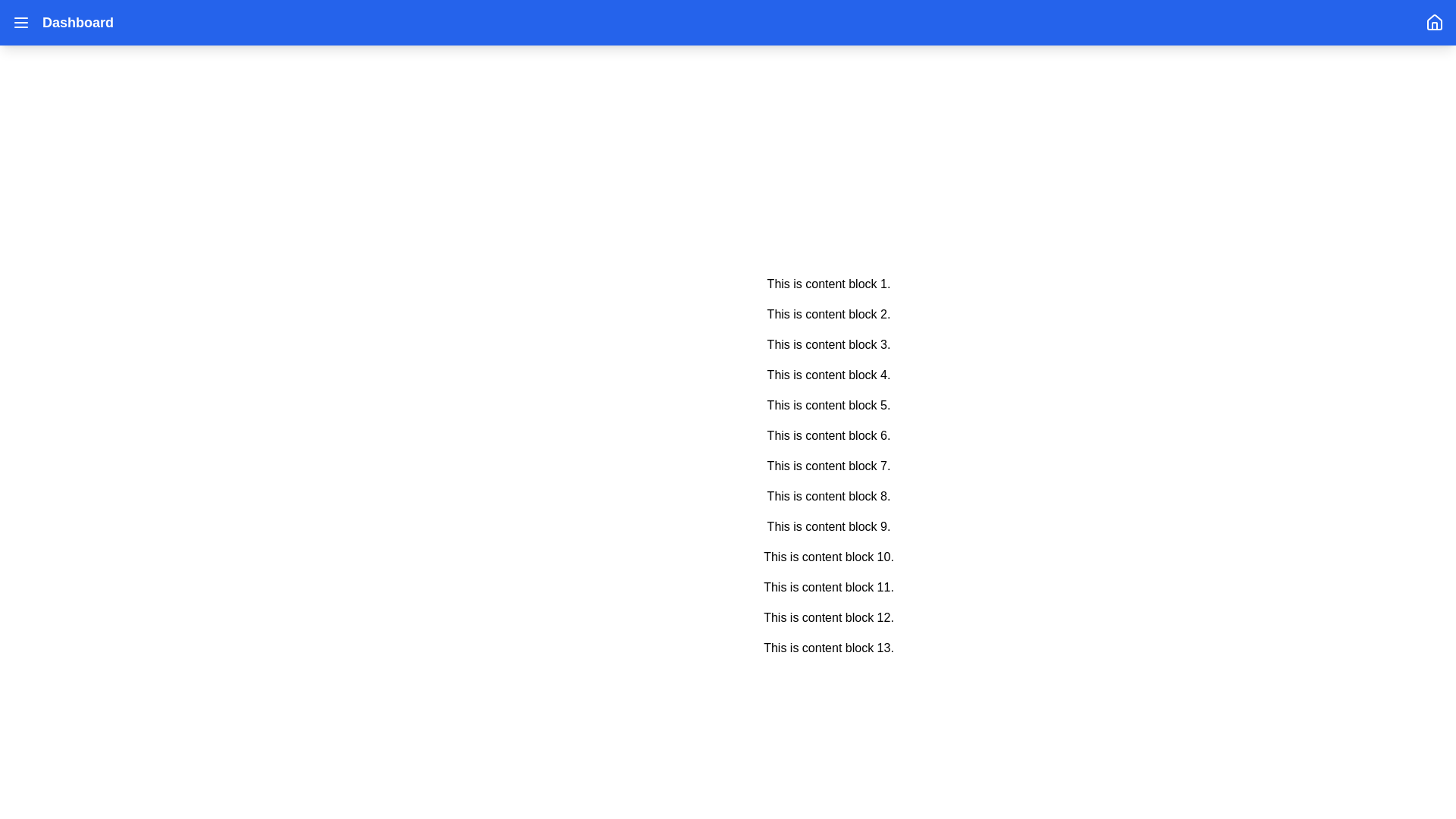 The width and height of the screenshot is (1456, 819). I want to click on the 11th text block displaying 'This is content block 11.' in a vertical list of text blocks, so click(828, 587).